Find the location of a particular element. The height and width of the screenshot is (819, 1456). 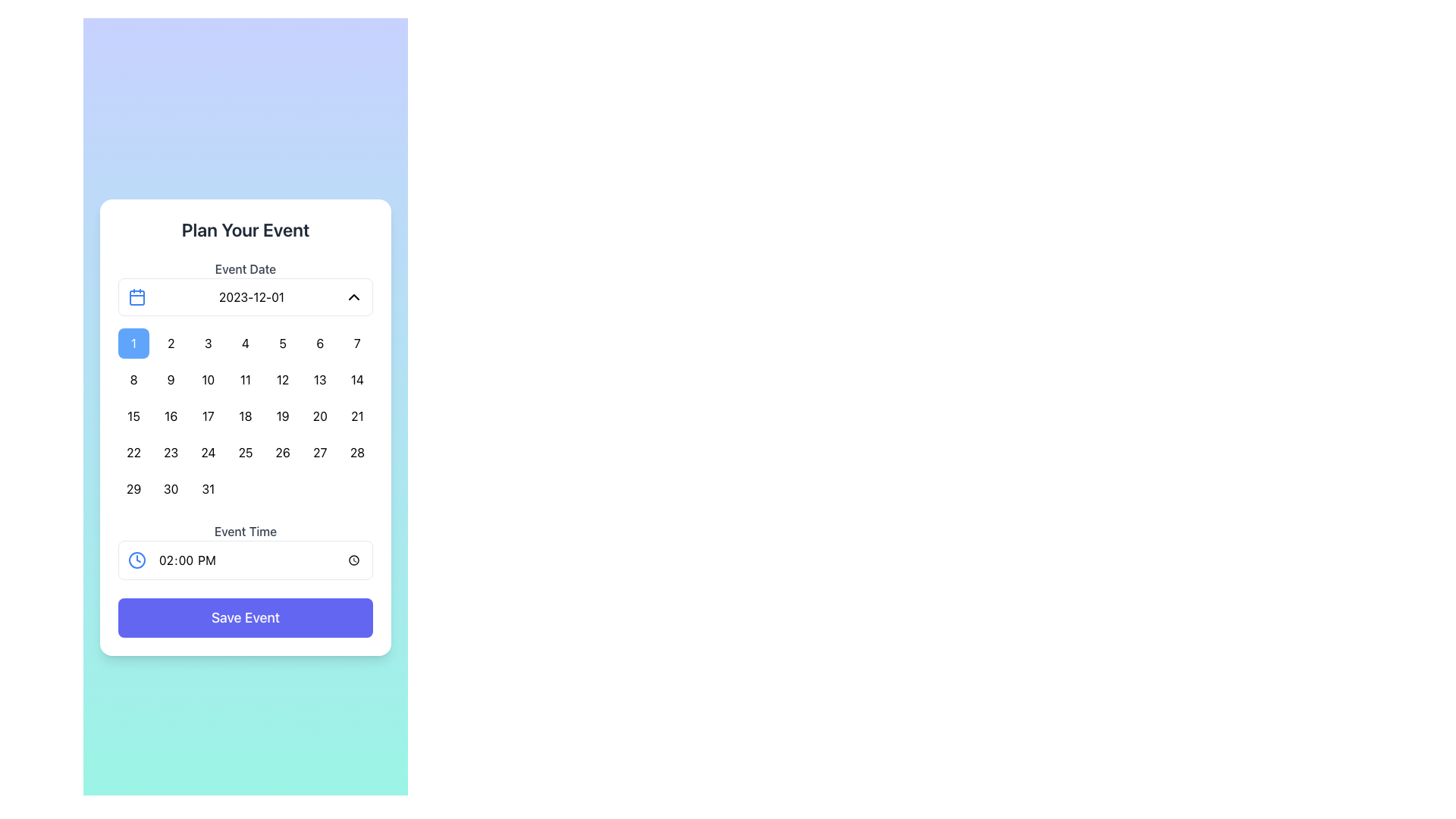

the button displaying the number '28' in a light rounded rectangle is located at coordinates (356, 452).